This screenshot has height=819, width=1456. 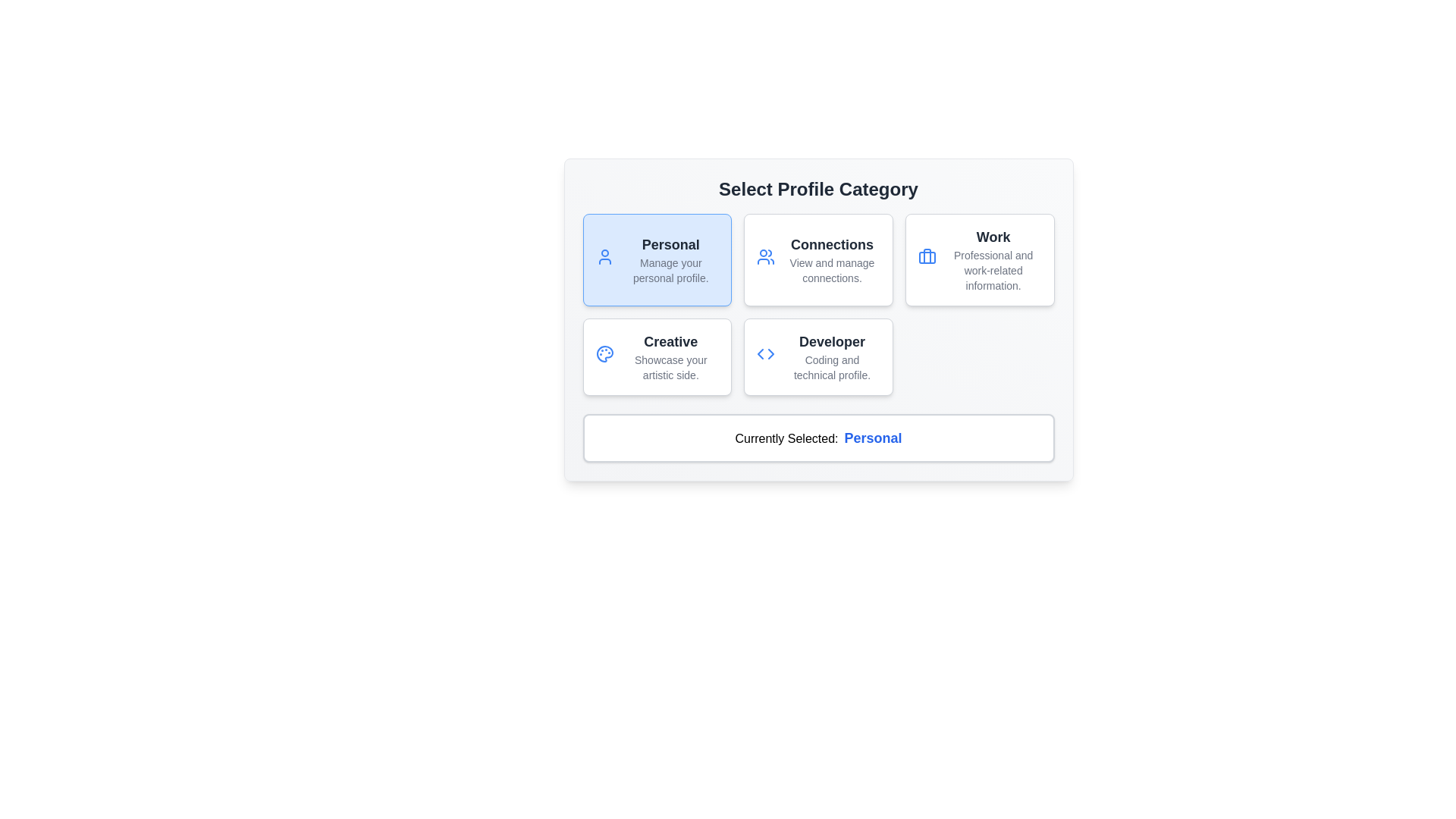 I want to click on the label displaying 'View and manage connections.' located below the 'Connections' header within the second column of the profile category options, so click(x=831, y=270).